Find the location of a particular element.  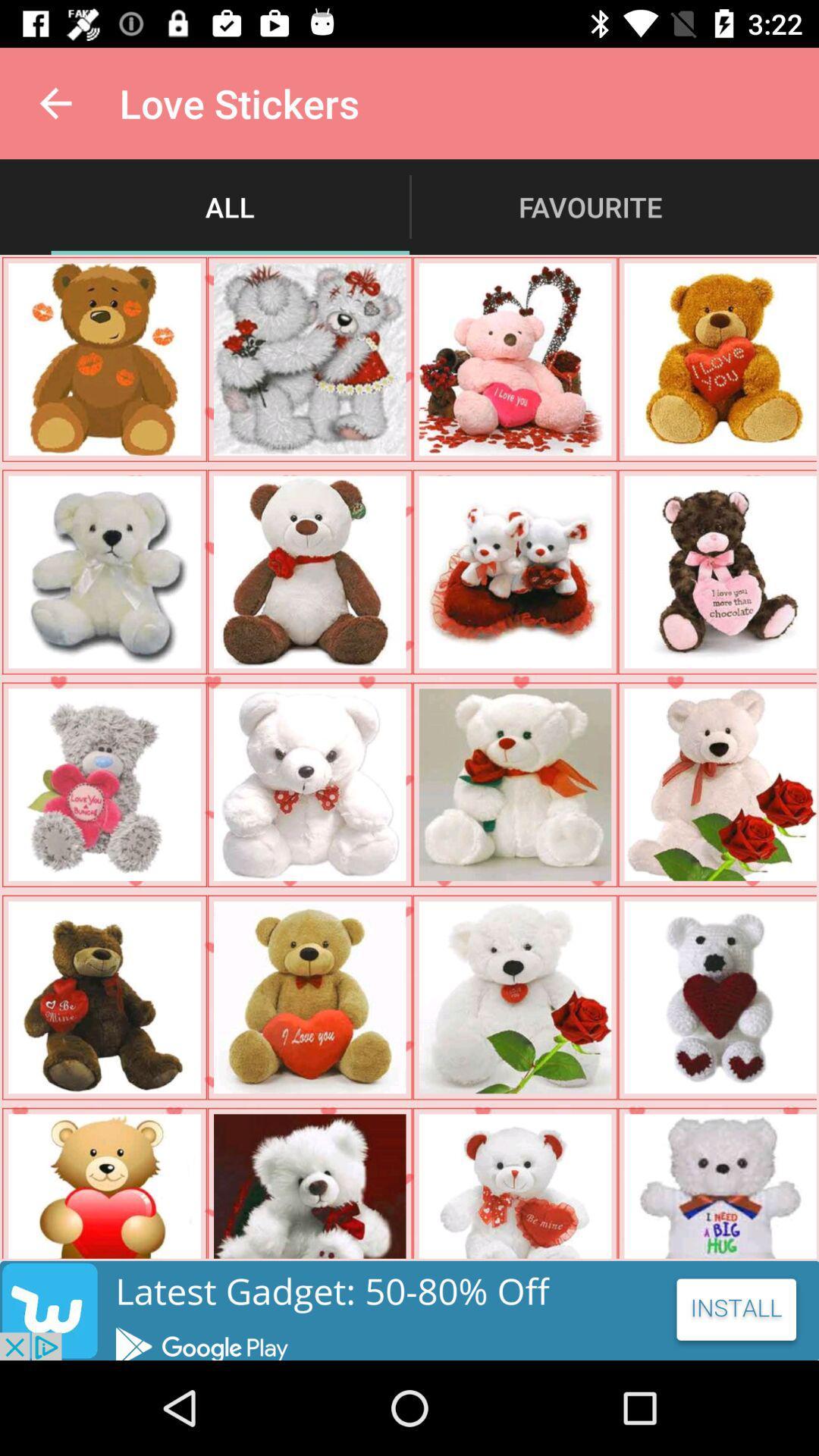

advertisement website is located at coordinates (409, 1310).